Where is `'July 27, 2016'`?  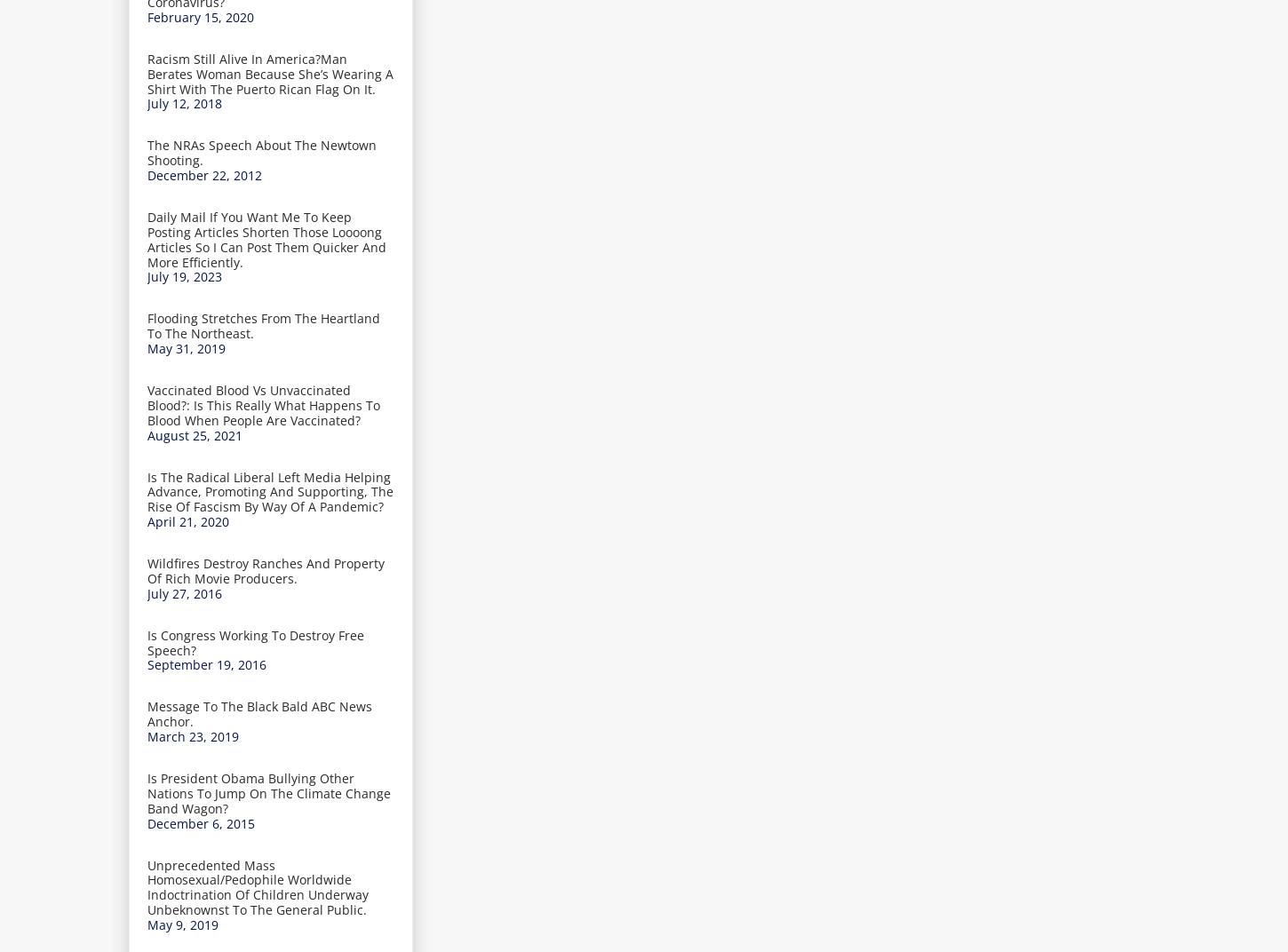 'July 27, 2016' is located at coordinates (147, 592).